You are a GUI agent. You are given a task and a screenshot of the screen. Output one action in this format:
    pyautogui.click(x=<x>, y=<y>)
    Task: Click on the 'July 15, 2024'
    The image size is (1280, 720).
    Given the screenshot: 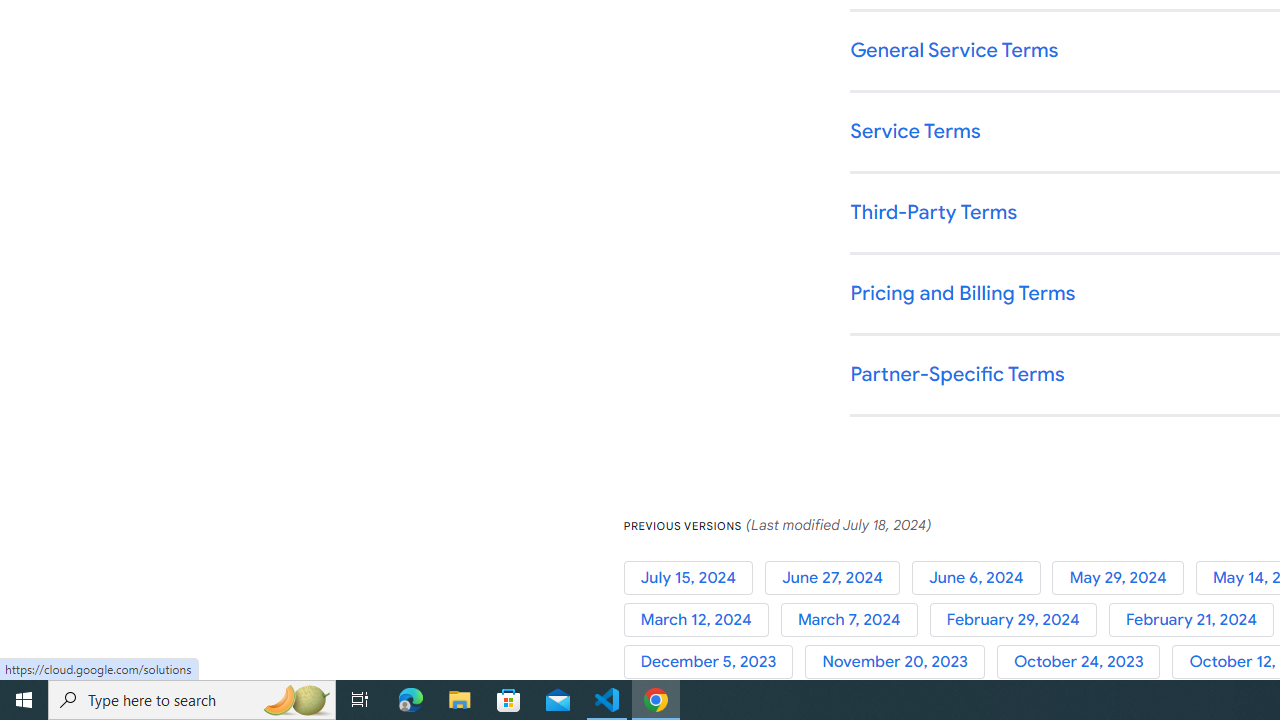 What is the action you would take?
    pyautogui.click(x=694, y=577)
    